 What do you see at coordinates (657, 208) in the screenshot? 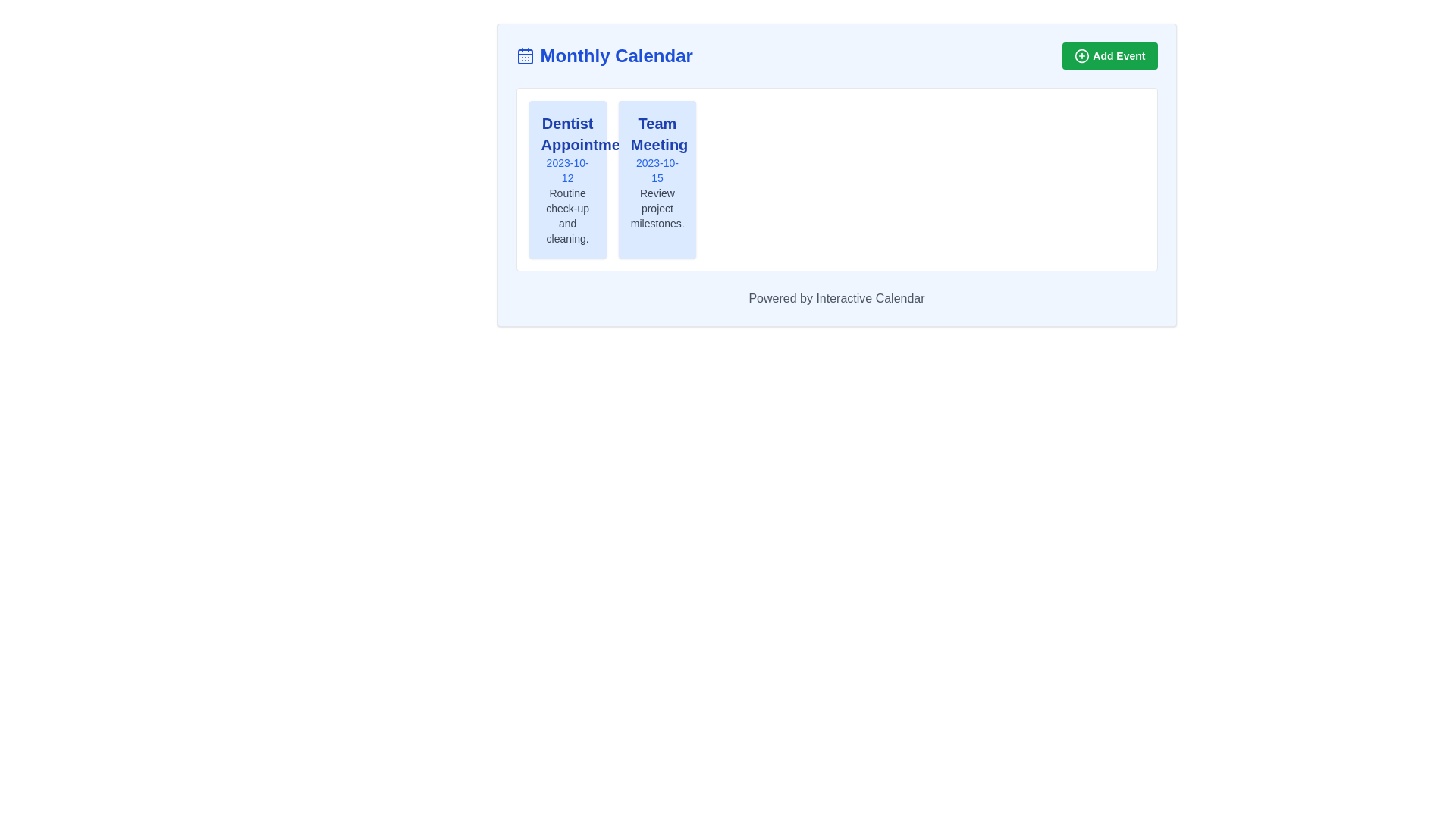
I see `the static text display that provides additional details about the 'Team Meeting' event, located within the blue card-like block` at bounding box center [657, 208].